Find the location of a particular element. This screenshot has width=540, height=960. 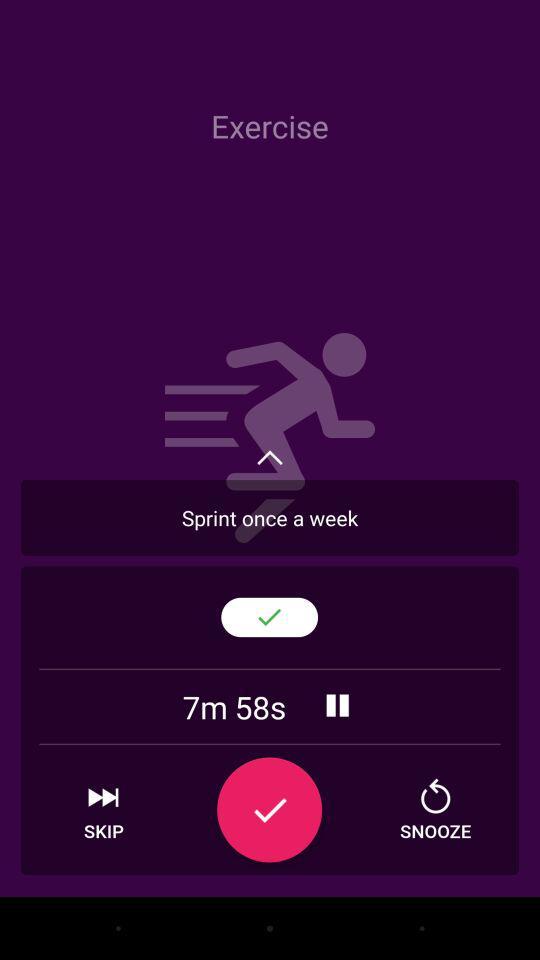

pink color button is located at coordinates (269, 810).